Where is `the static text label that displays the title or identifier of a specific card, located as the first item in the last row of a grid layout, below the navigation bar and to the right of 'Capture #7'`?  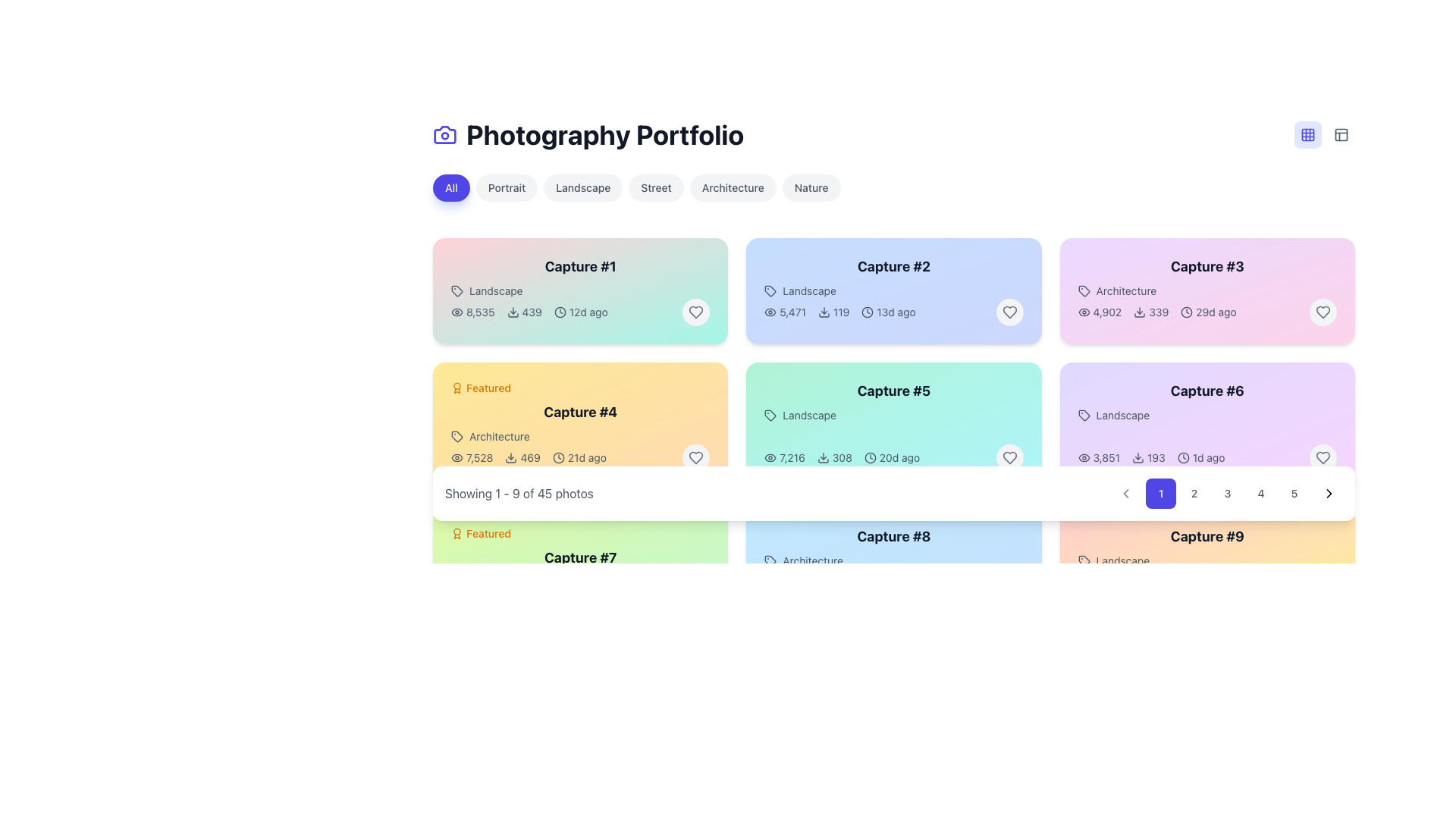
the static text label that displays the title or identifier of a specific card, located as the first item in the last row of a grid layout, below the navigation bar and to the right of 'Capture #7' is located at coordinates (894, 536).